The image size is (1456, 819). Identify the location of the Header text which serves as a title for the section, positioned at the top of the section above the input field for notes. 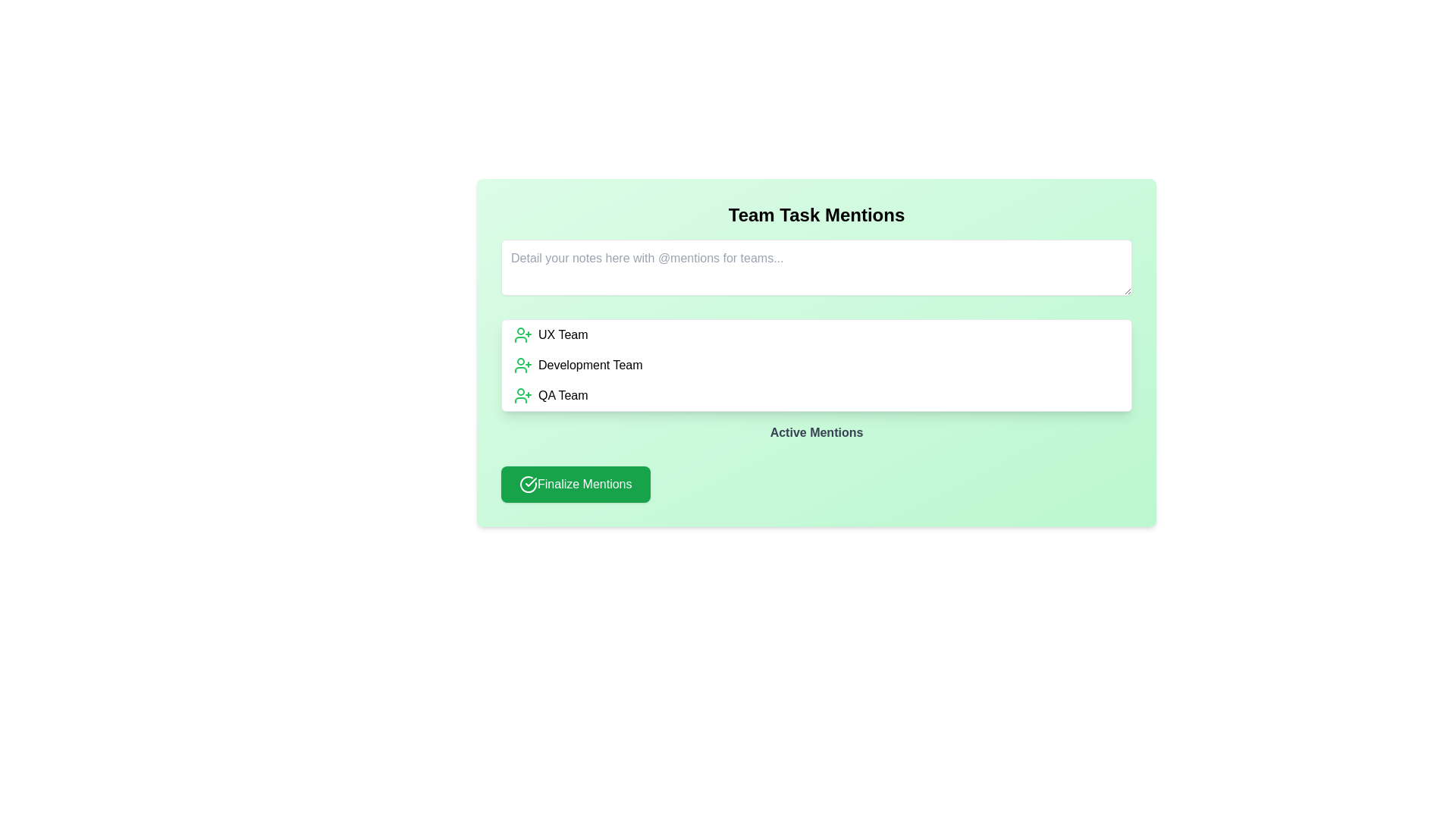
(815, 215).